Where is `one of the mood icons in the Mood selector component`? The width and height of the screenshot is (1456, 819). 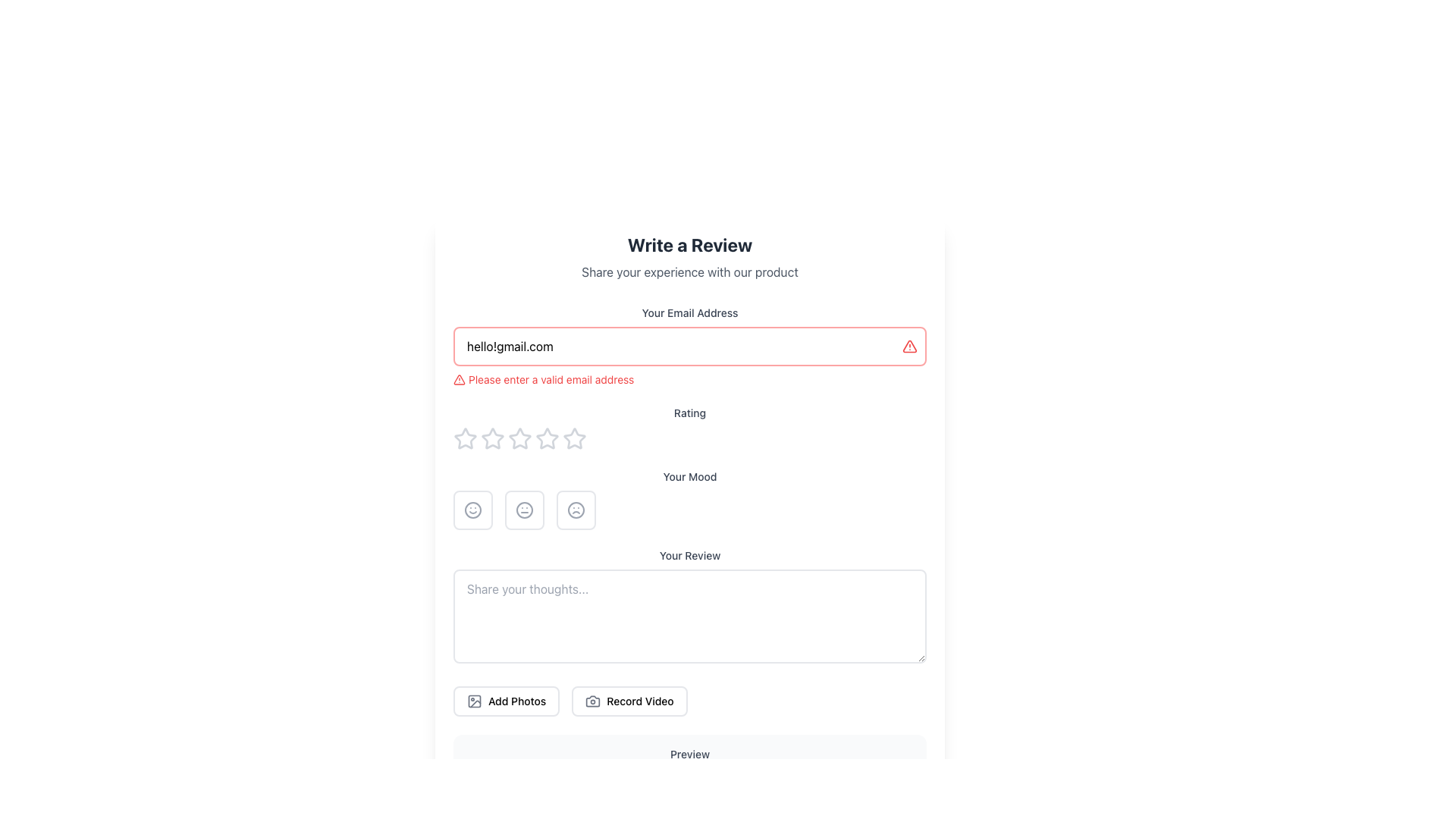
one of the mood icons in the Mood selector component is located at coordinates (689, 500).